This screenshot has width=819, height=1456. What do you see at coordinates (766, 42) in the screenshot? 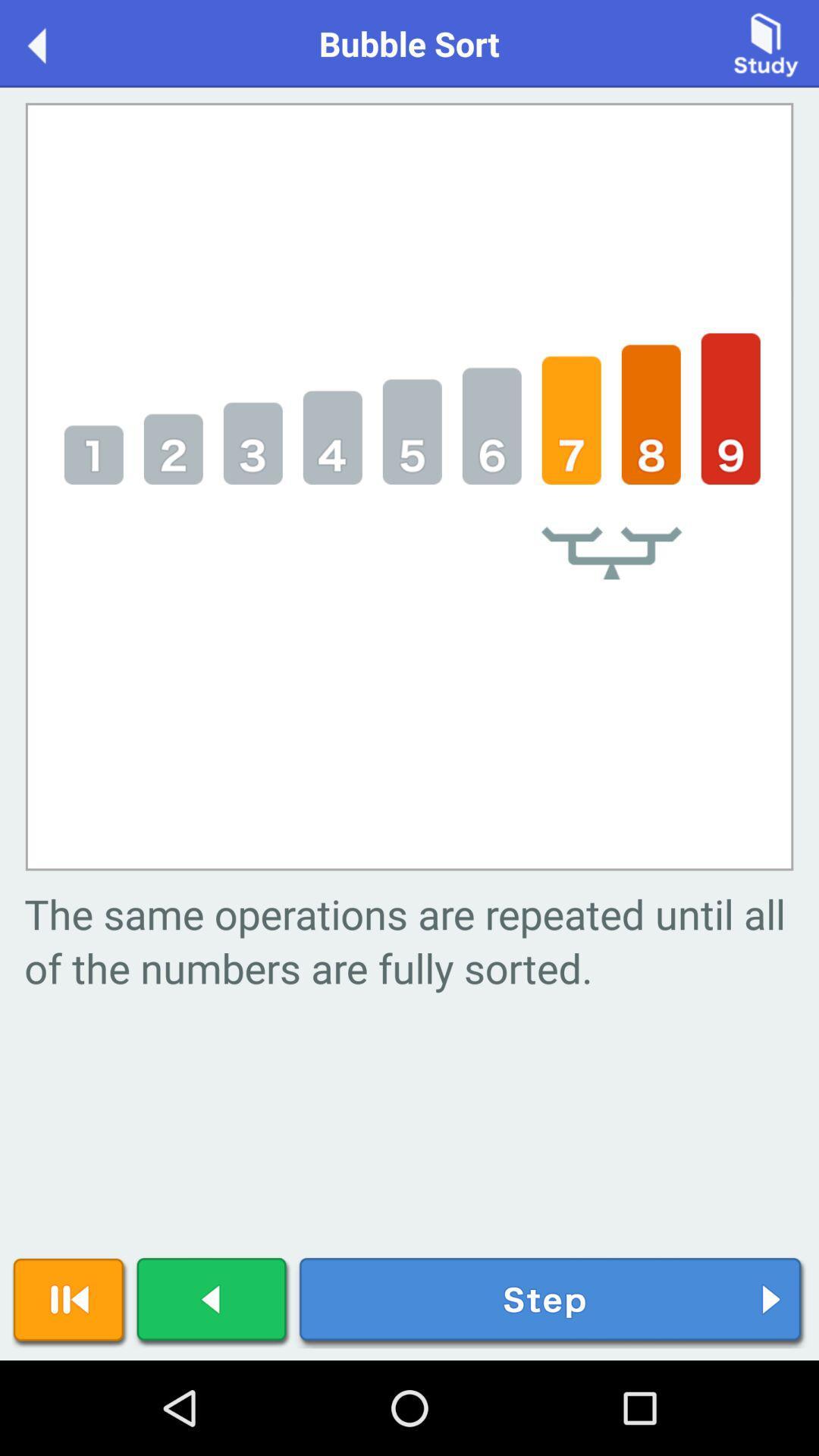
I see `press to study` at bounding box center [766, 42].